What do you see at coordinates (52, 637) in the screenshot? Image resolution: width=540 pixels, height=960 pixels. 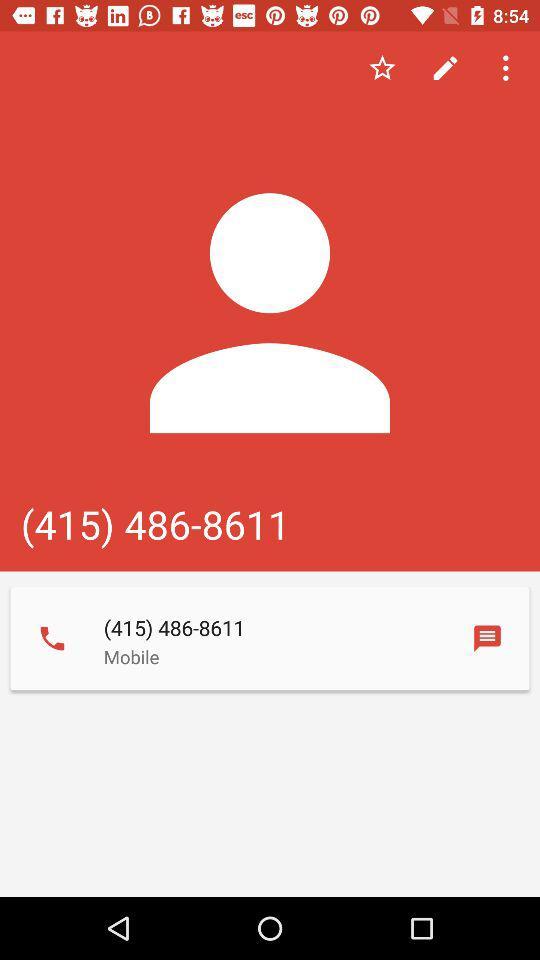 I see `the phone icon` at bounding box center [52, 637].